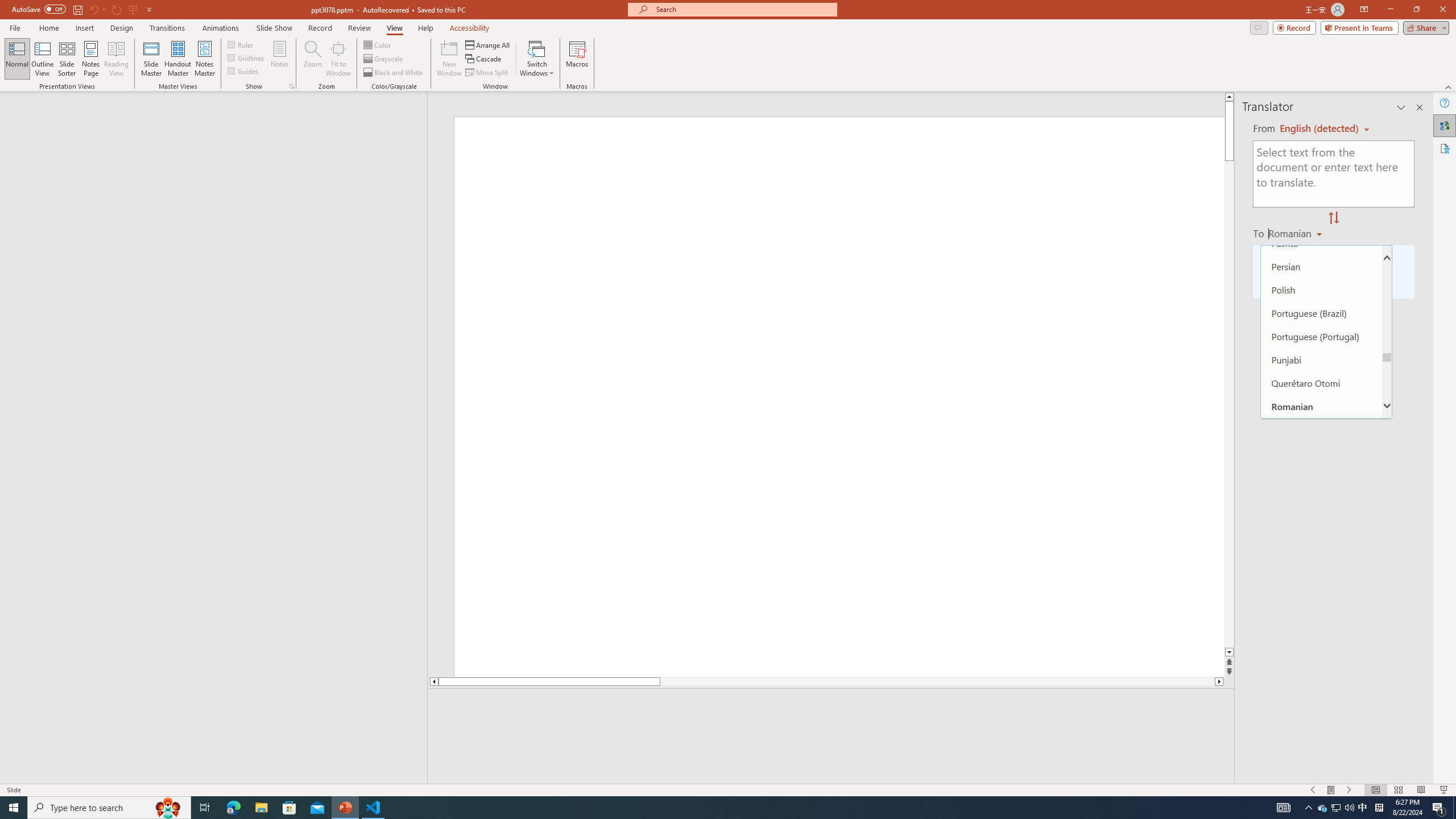 The image size is (1456, 819). I want to click on 'Notes Master', so click(204, 59).